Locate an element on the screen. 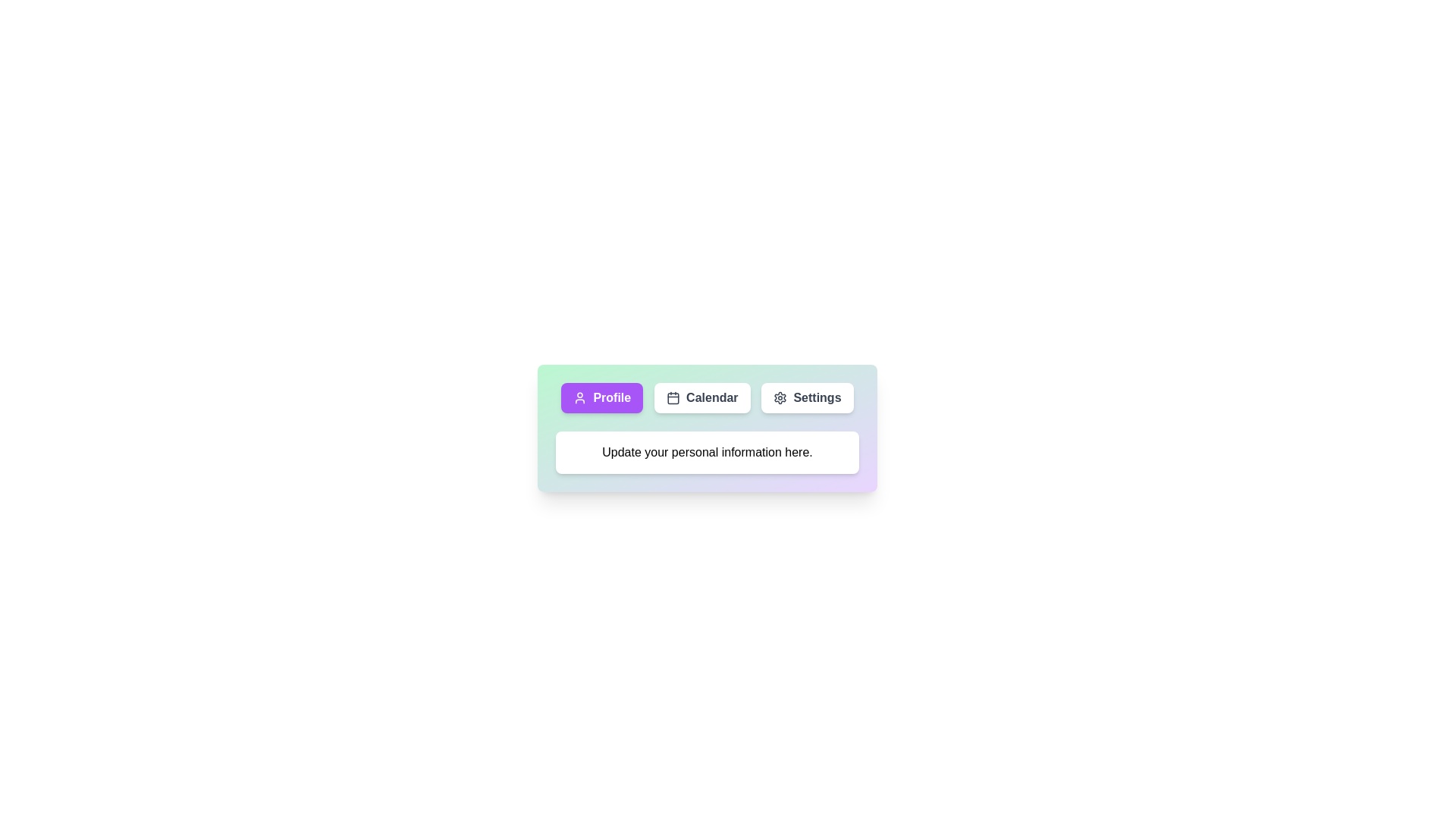 The height and width of the screenshot is (819, 1456). the informational text box that instructs users about updating personal information, located beneath 'Profile', 'Calendar', and 'Settings' is located at coordinates (706, 452).